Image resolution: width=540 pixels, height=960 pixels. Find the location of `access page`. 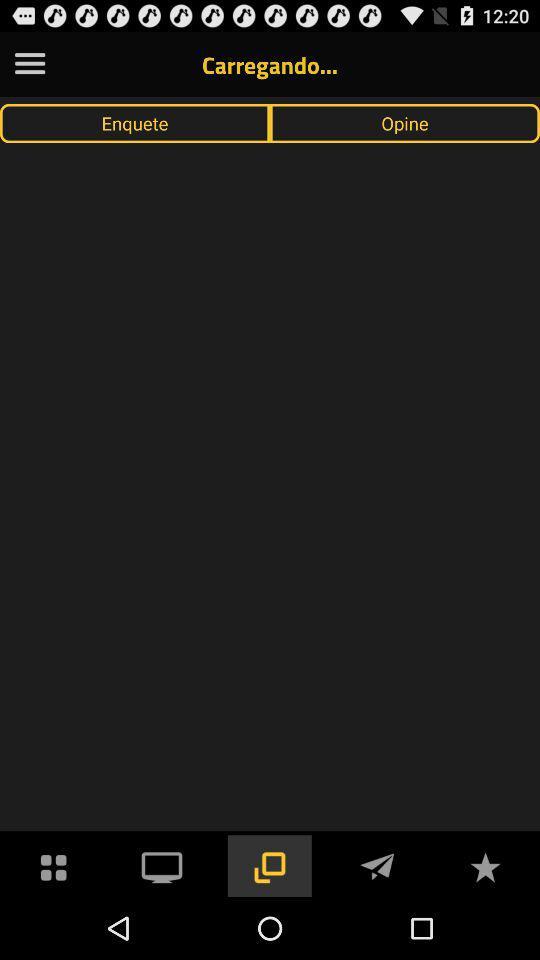

access page is located at coordinates (269, 864).